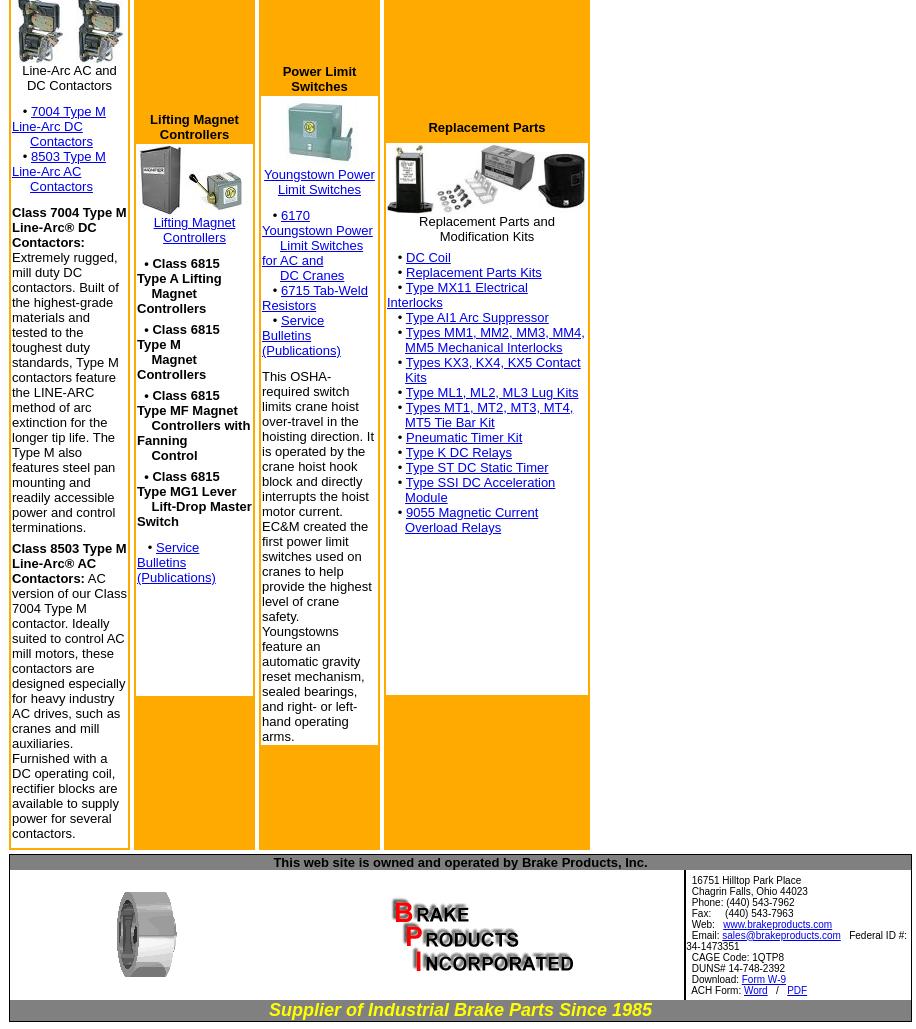  I want to click on 'Type AI1 Arc Suppressor', so click(403, 317).